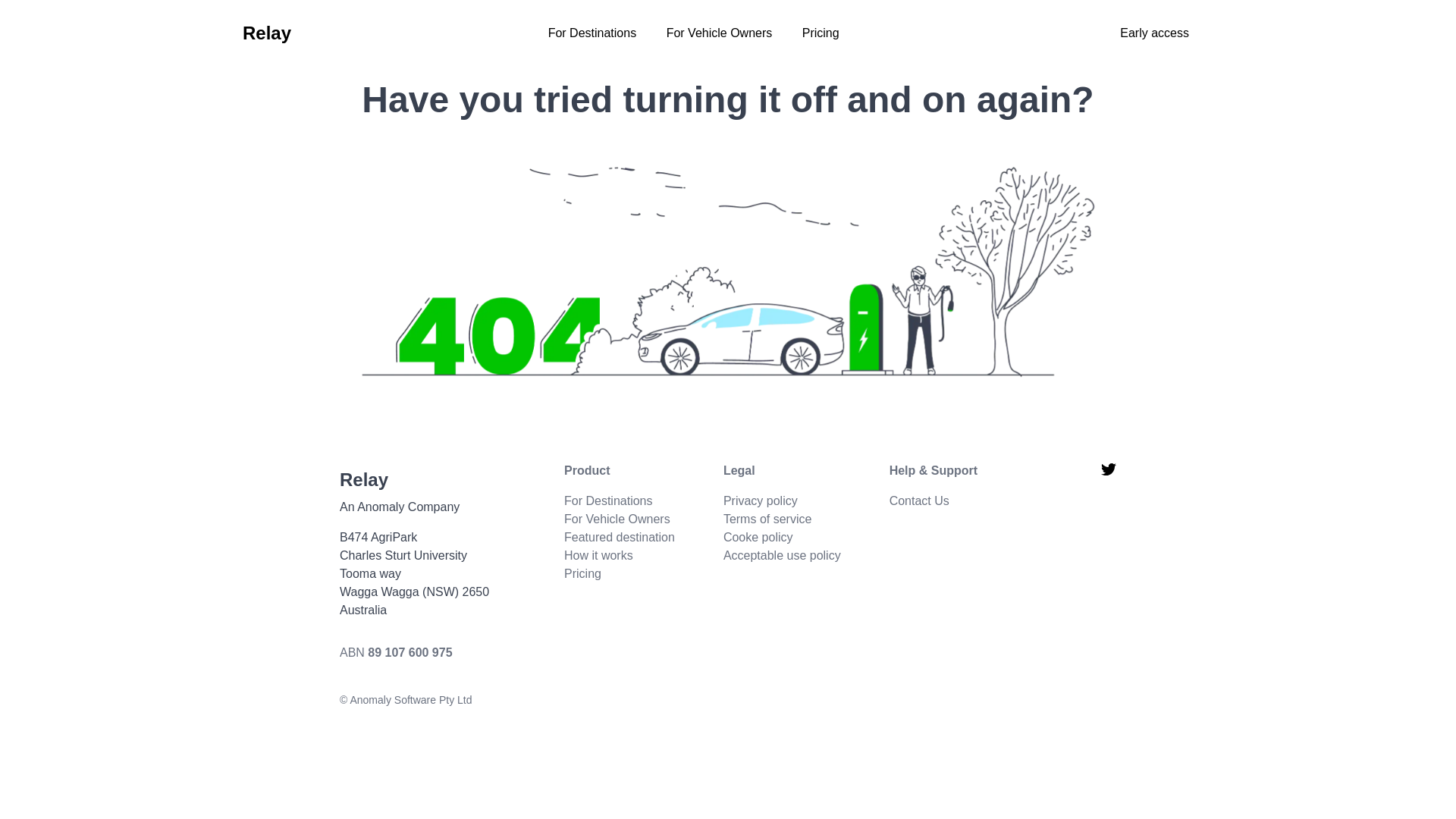  Describe the element at coordinates (918, 500) in the screenshot. I see `'Contact Us'` at that location.